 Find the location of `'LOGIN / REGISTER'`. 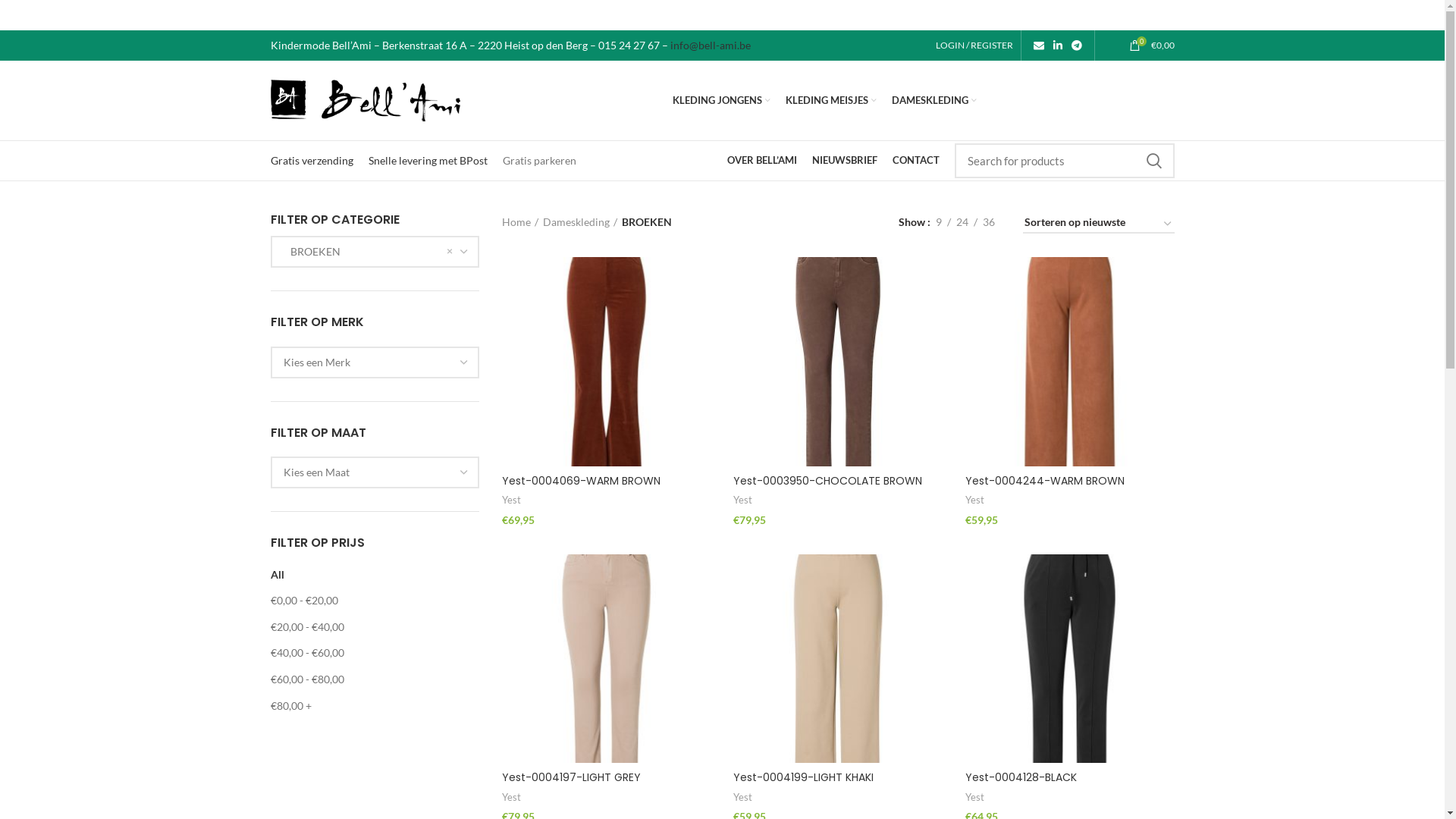

'LOGIN / REGISTER' is located at coordinates (927, 45).